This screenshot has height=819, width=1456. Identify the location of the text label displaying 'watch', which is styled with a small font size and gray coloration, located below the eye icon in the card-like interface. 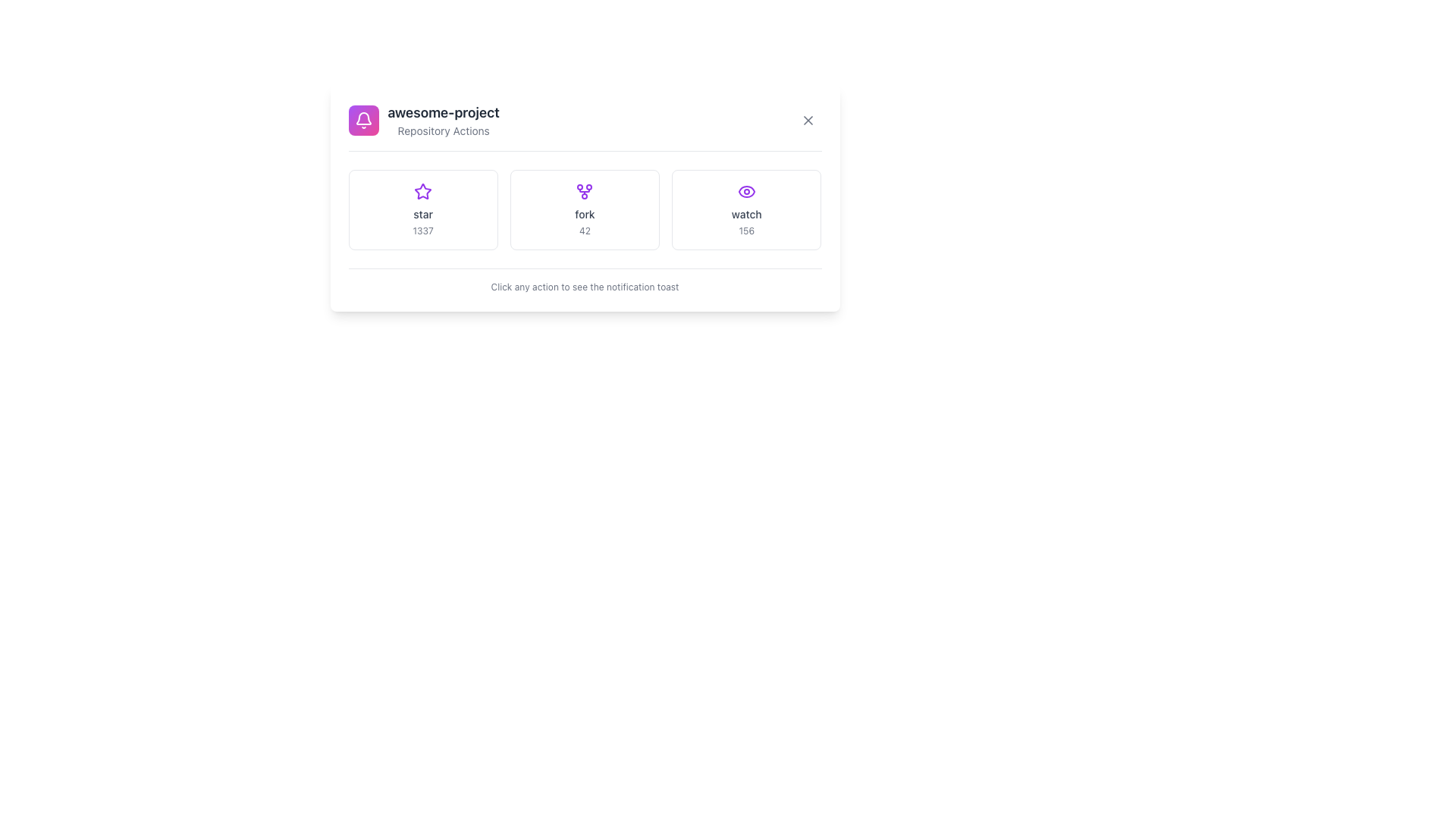
(746, 214).